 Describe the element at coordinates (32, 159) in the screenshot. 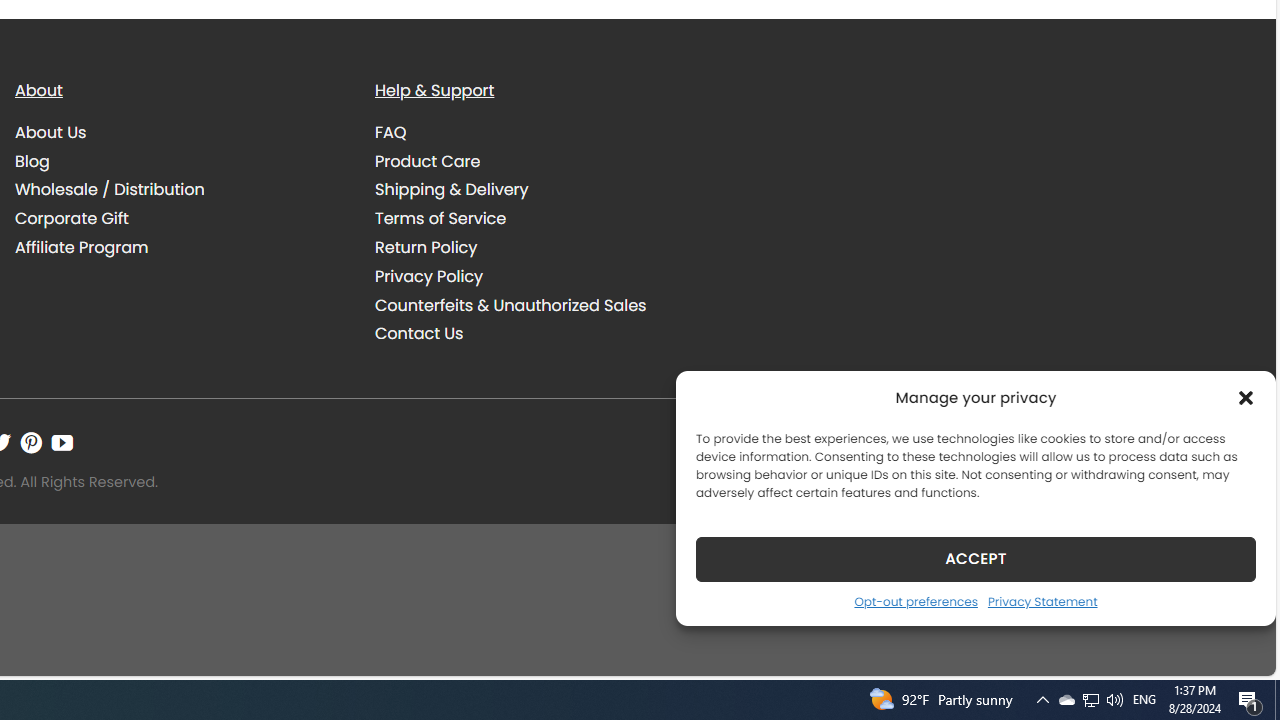

I see `'Blog'` at that location.